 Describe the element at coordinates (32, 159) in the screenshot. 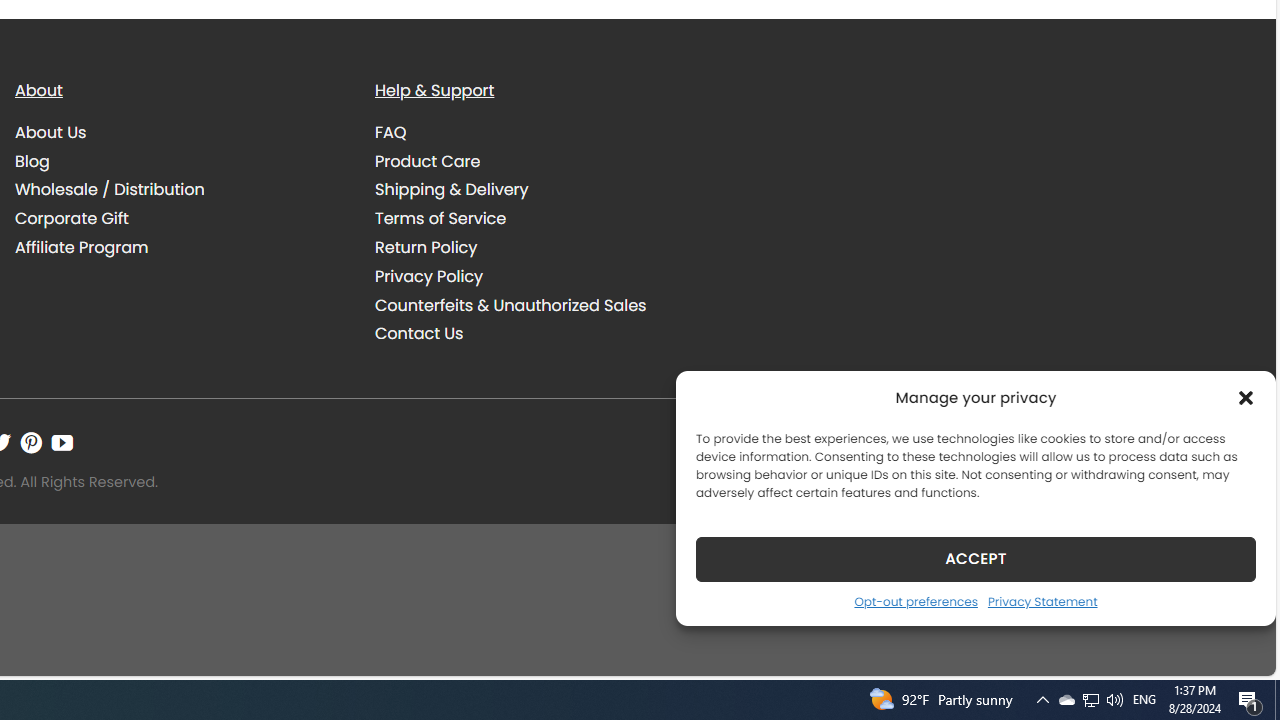

I see `'Blog'` at that location.